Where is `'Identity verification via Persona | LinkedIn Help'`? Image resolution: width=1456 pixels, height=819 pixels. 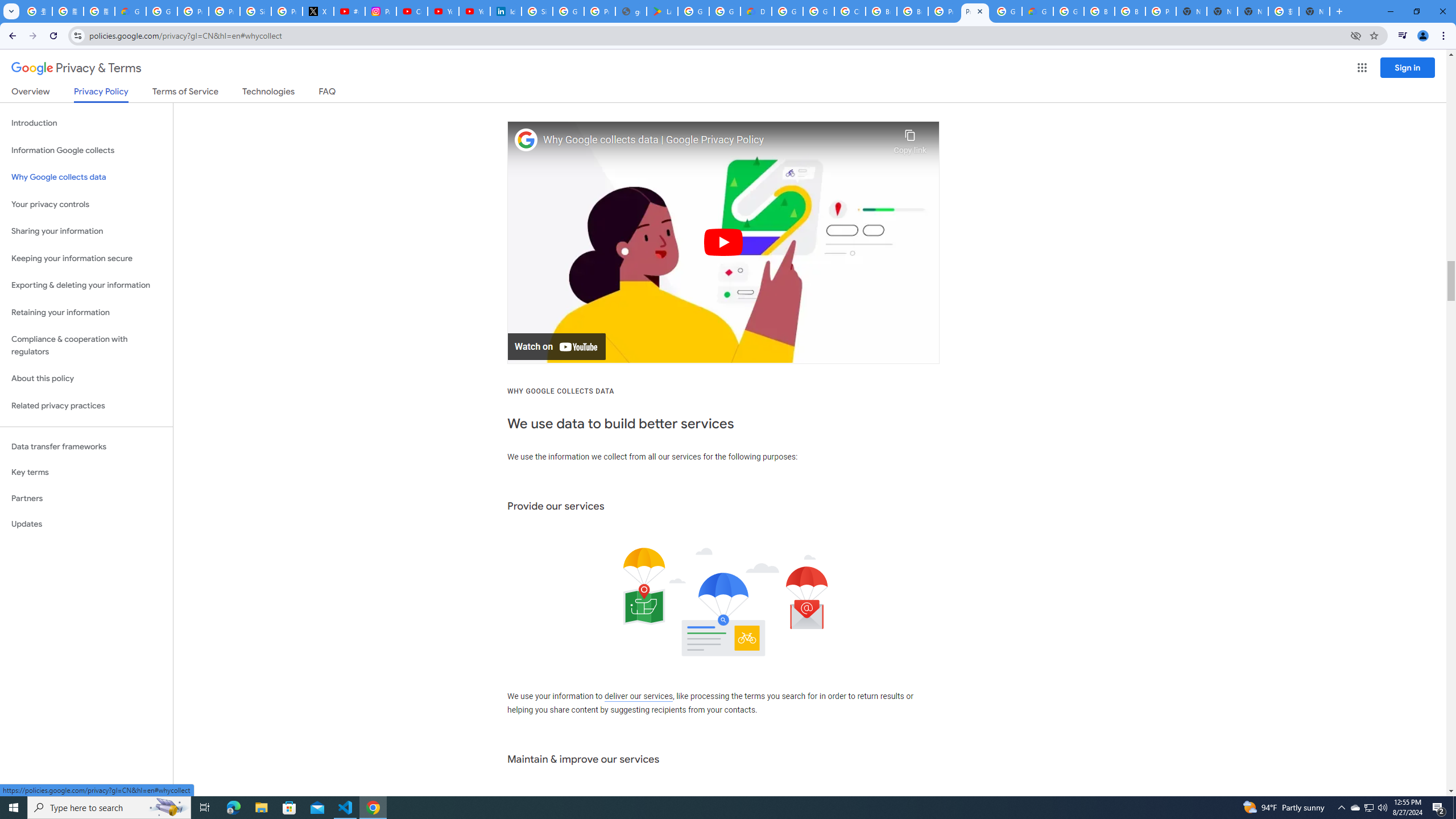 'Identity verification via Persona | LinkedIn Help' is located at coordinates (505, 11).